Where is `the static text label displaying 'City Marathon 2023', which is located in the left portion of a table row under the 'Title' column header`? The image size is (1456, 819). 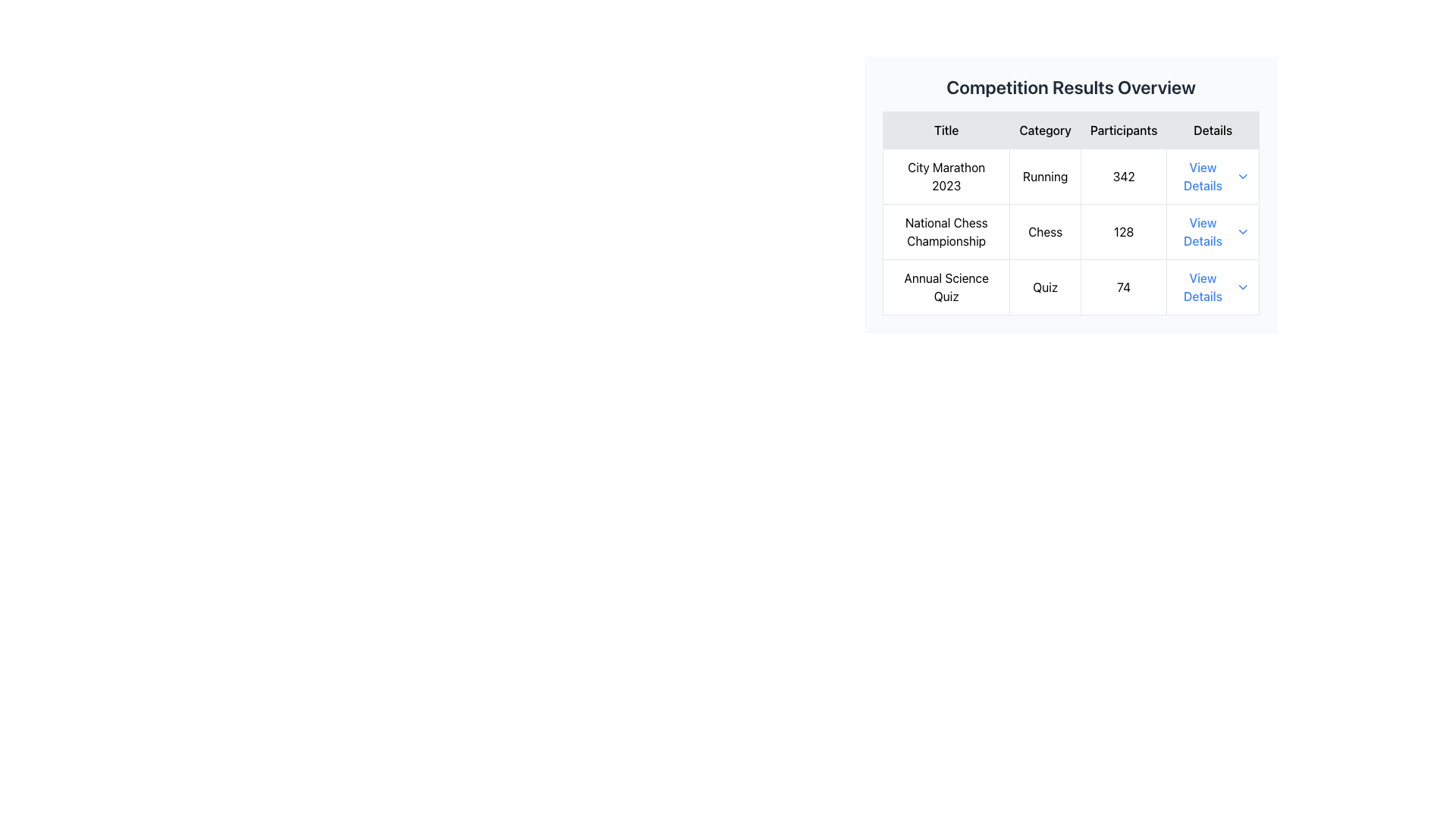
the static text label displaying 'City Marathon 2023', which is located in the left portion of a table row under the 'Title' column header is located at coordinates (946, 175).